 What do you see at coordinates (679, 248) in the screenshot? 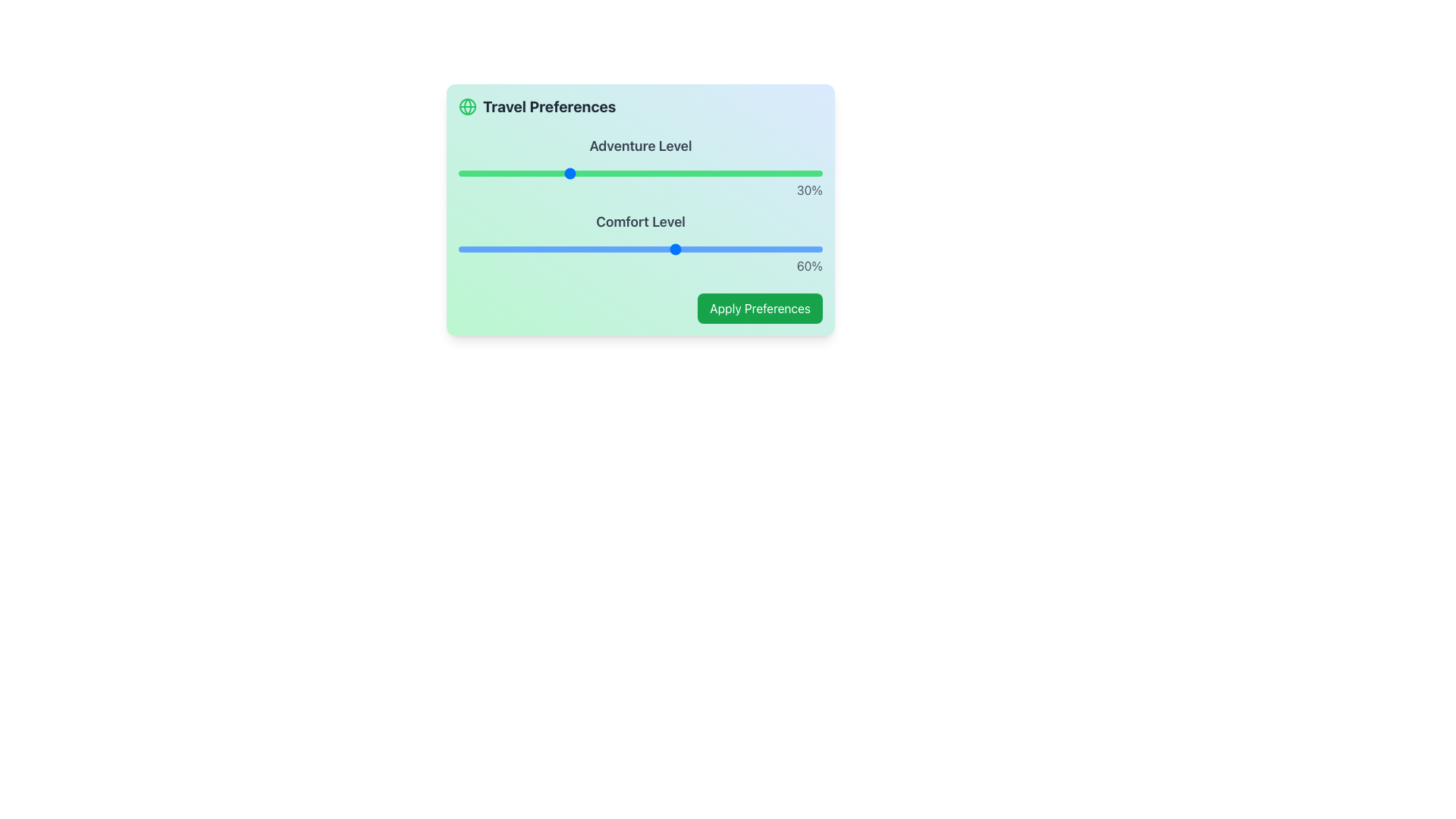
I see `the comfort level` at bounding box center [679, 248].